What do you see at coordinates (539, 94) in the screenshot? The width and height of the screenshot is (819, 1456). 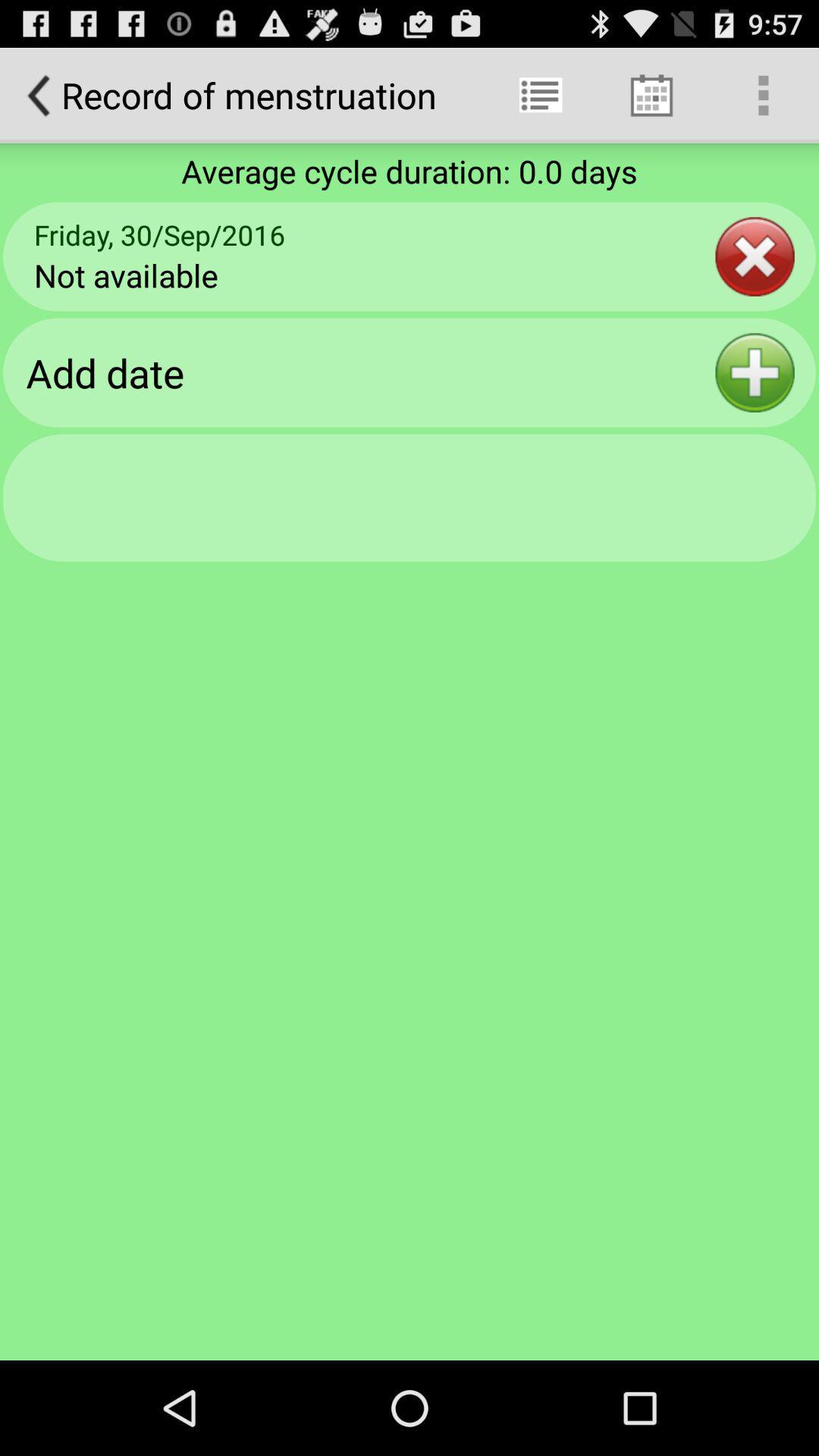 I see `the app next to record of menstruation app` at bounding box center [539, 94].